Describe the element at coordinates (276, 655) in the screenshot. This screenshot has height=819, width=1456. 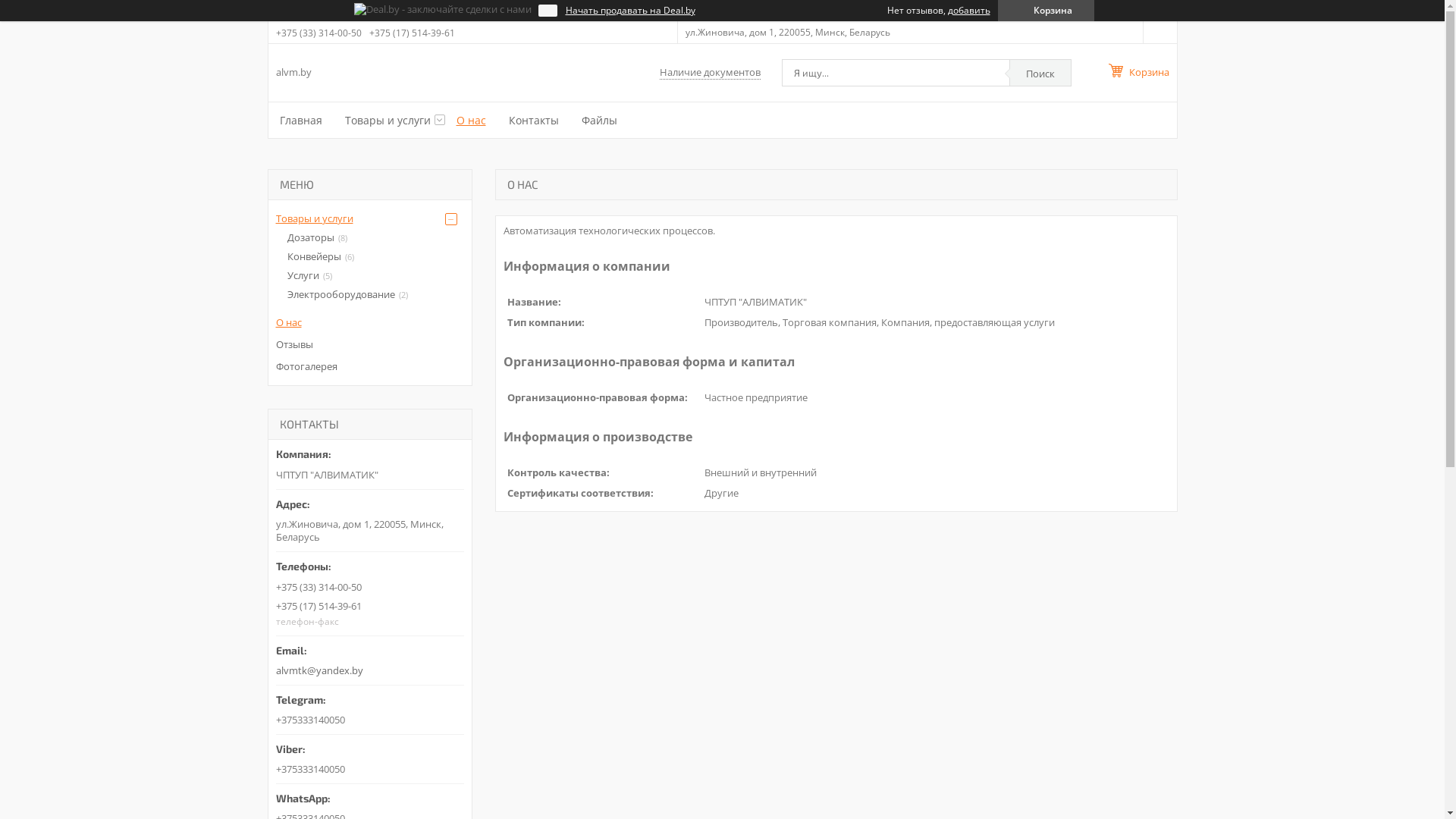
I see `'alvmtk@yandex.by'` at that location.